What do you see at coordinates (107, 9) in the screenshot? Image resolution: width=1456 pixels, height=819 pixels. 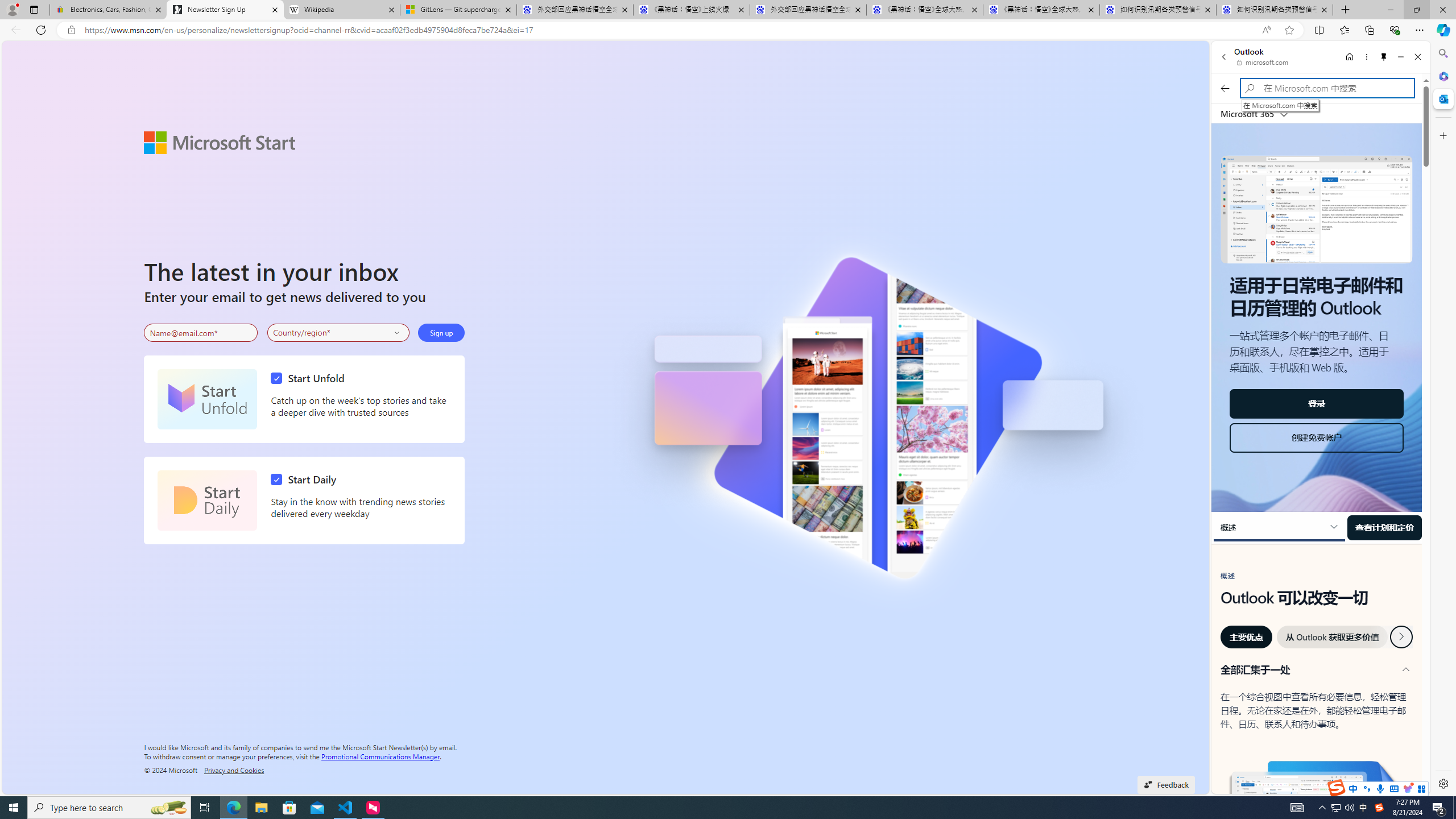 I see `'Electronics, Cars, Fashion, Collectibles & More | eBay'` at bounding box center [107, 9].